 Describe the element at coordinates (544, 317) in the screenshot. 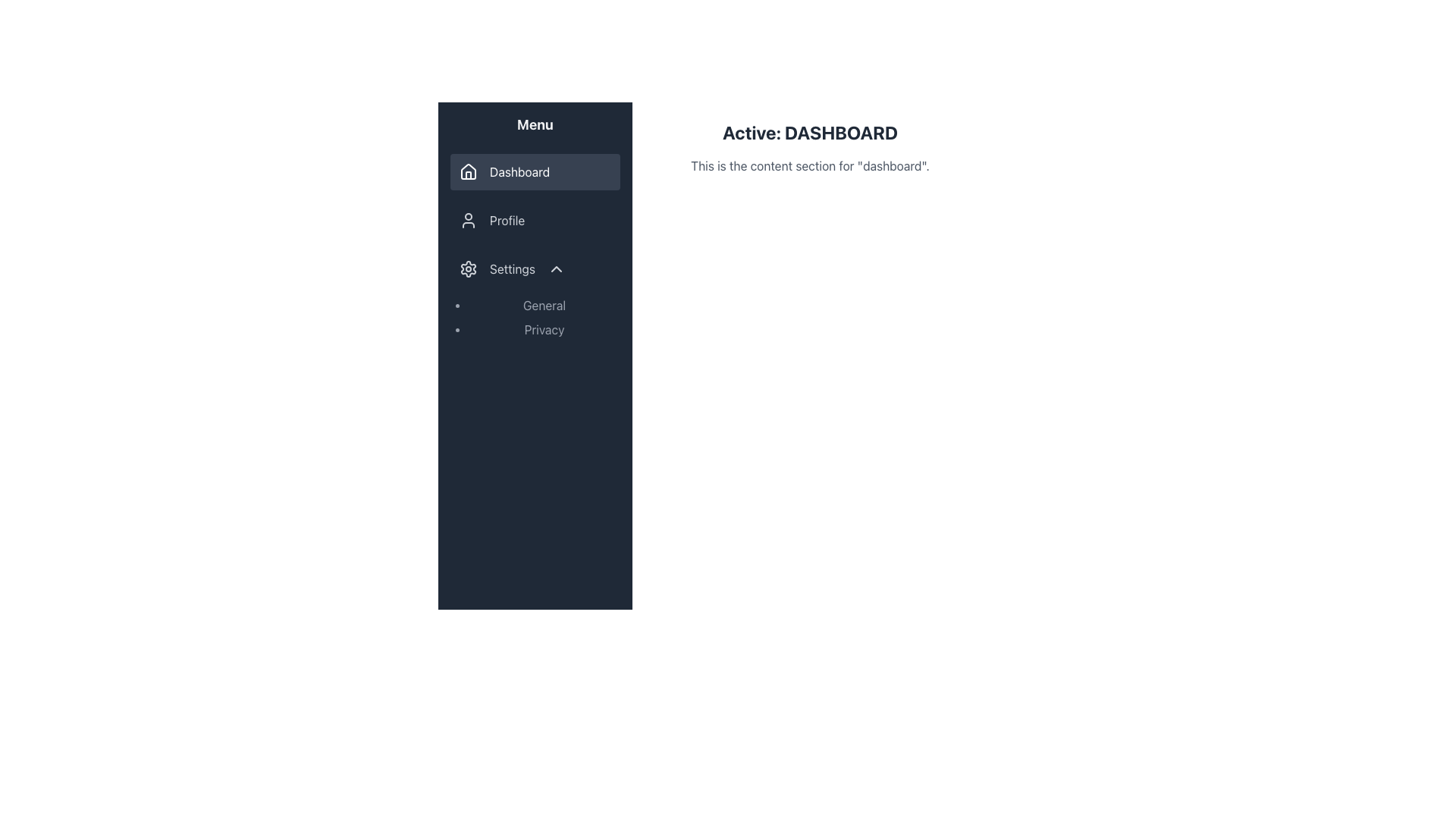

I see `the 'General' option in the Sidebar menu subsection under the 'Settings' section` at that location.